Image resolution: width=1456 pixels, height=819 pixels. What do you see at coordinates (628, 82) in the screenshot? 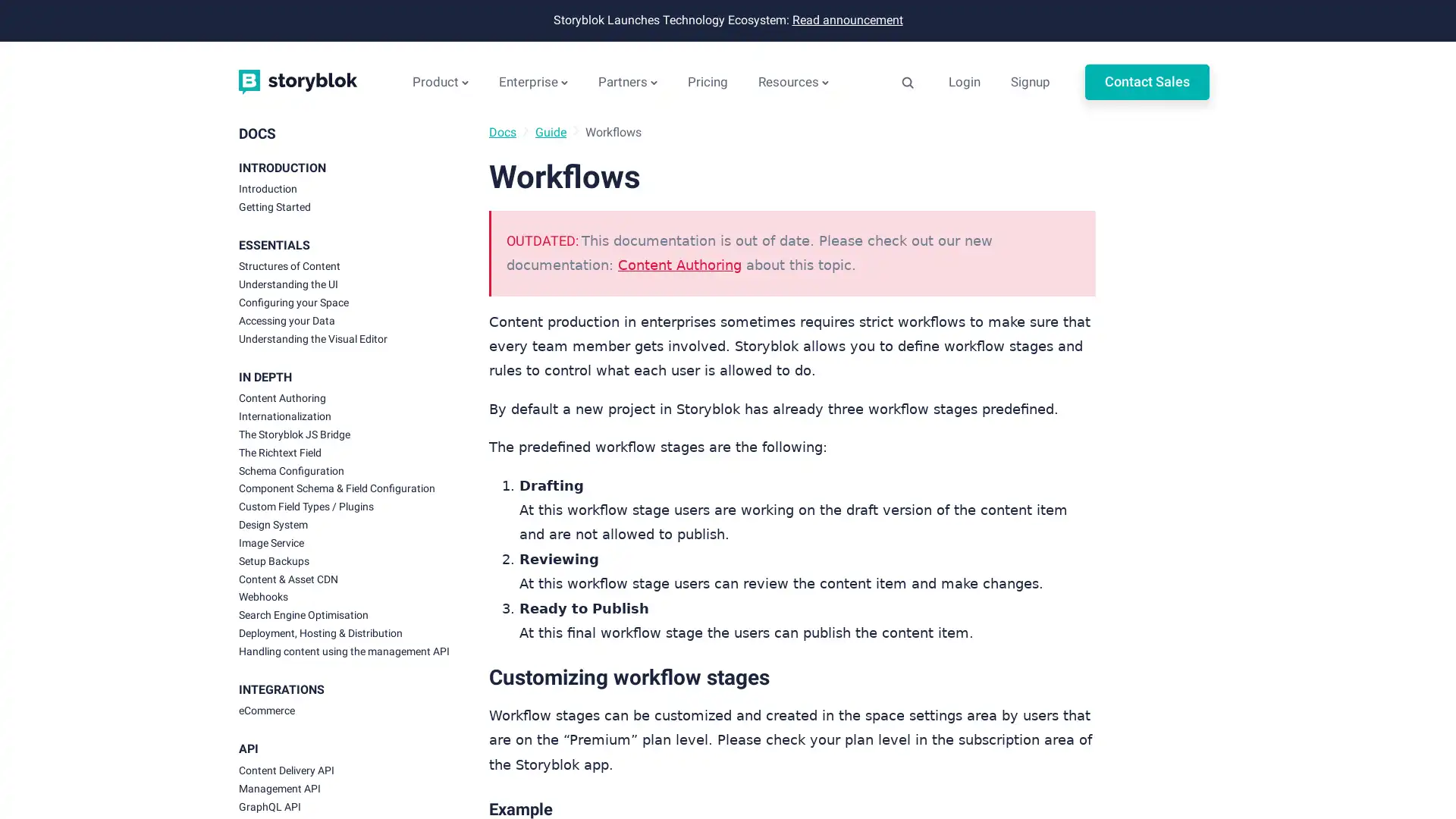
I see `Partners` at bounding box center [628, 82].